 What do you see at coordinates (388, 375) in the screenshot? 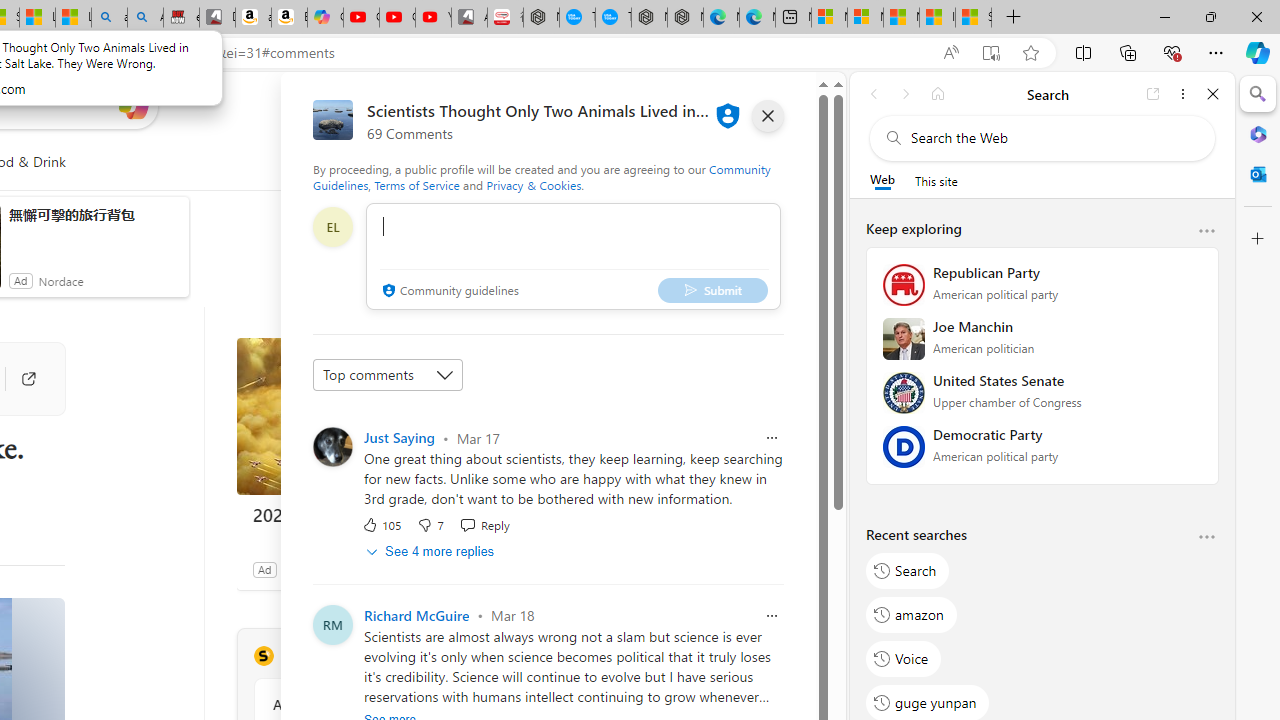
I see `'Sort comments by'` at bounding box center [388, 375].